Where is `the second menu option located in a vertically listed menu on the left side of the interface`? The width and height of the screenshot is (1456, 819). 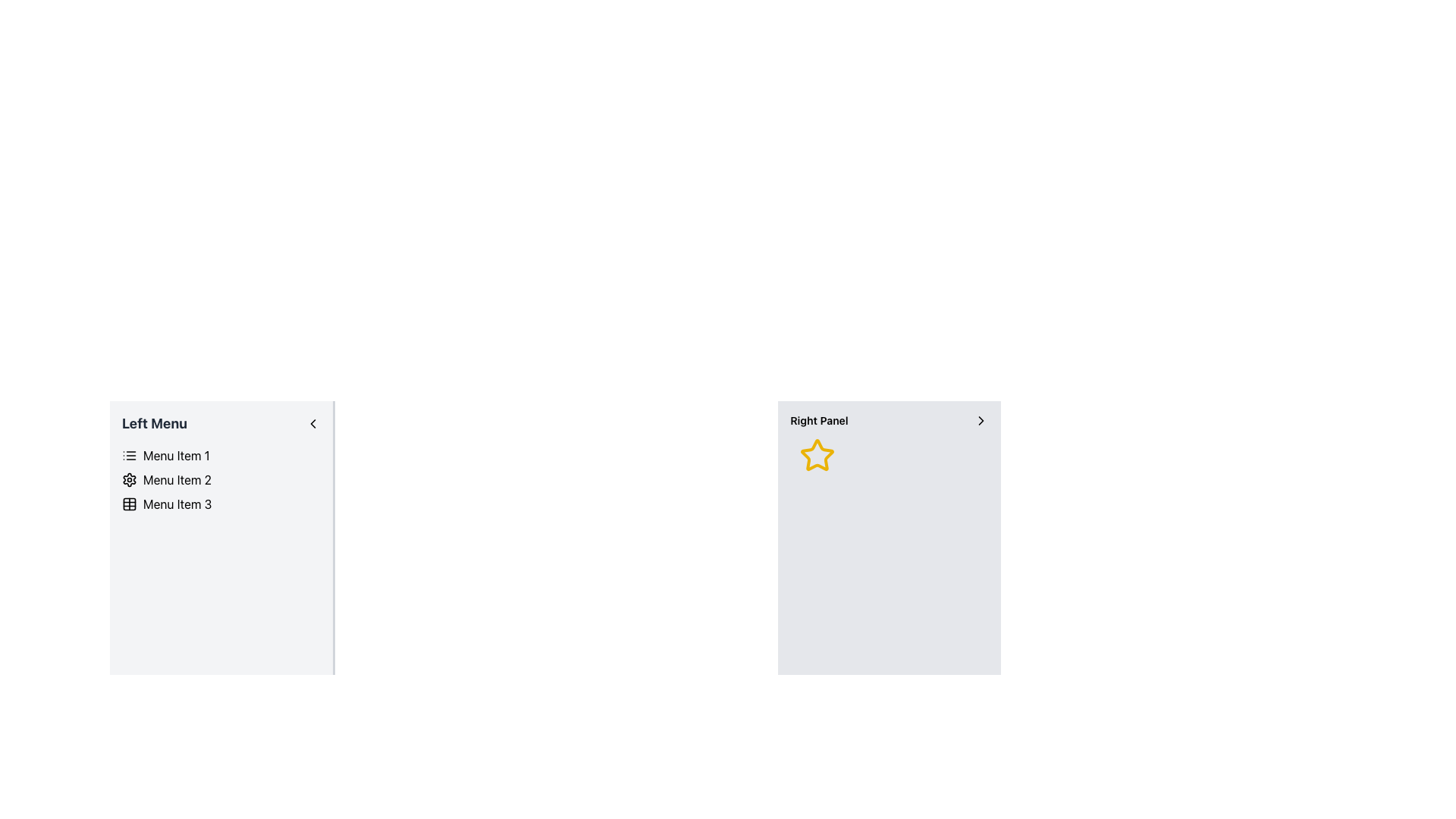
the second menu option located in a vertically listed menu on the left side of the interface is located at coordinates (177, 479).